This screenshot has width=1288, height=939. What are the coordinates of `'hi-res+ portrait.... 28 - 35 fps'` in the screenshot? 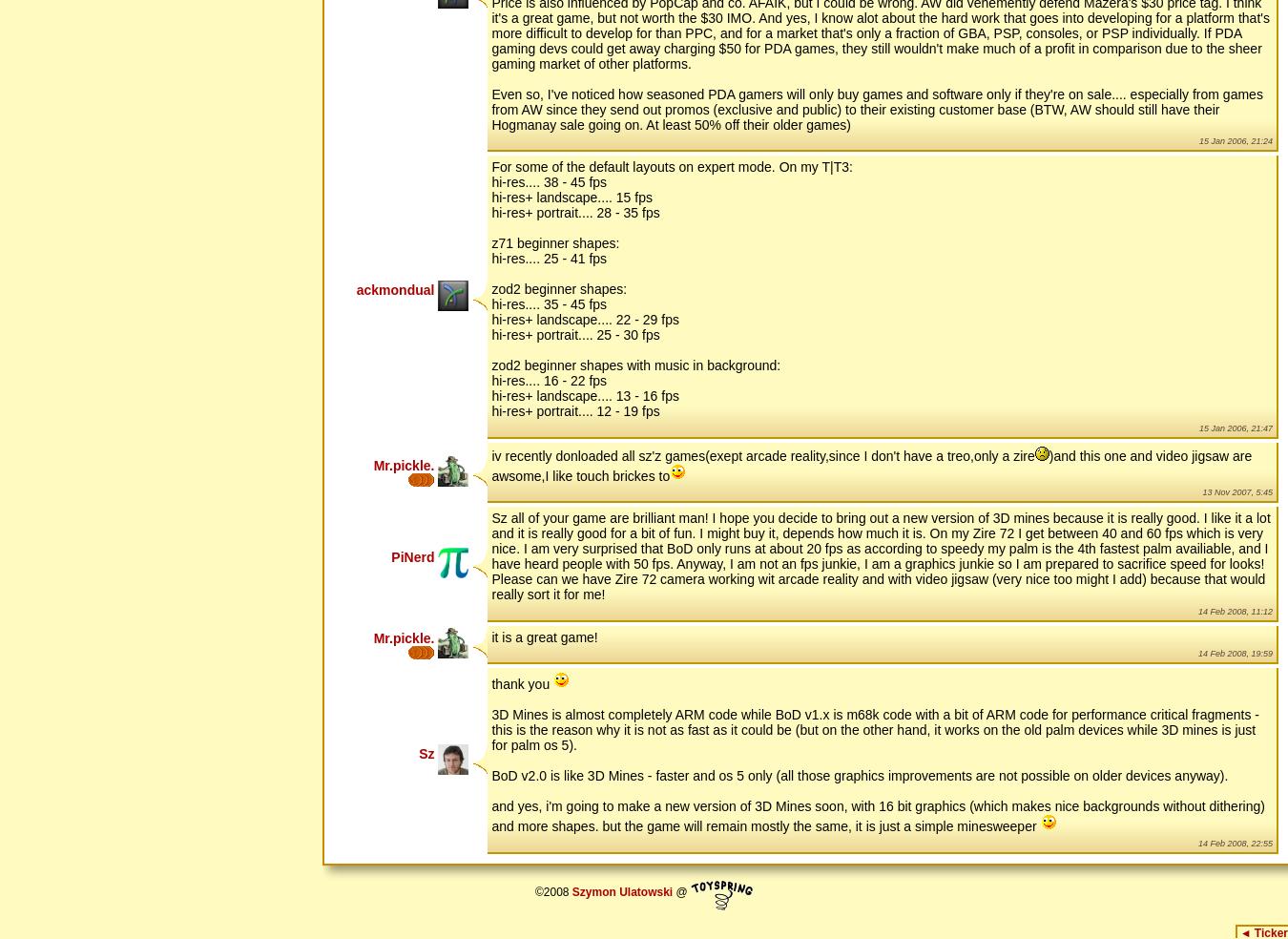 It's located at (575, 212).